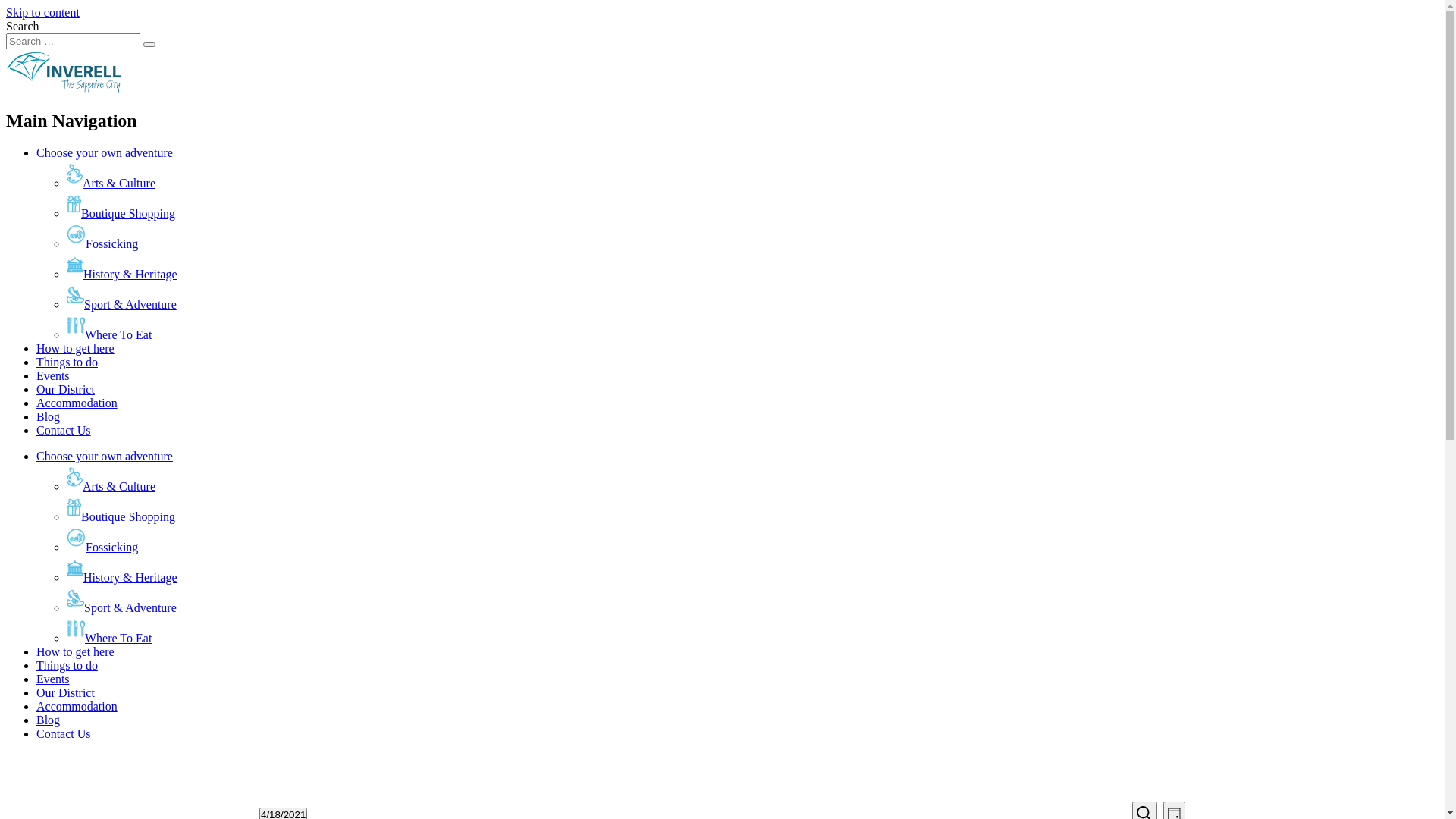  Describe the element at coordinates (66, 362) in the screenshot. I see `'Things to do'` at that location.